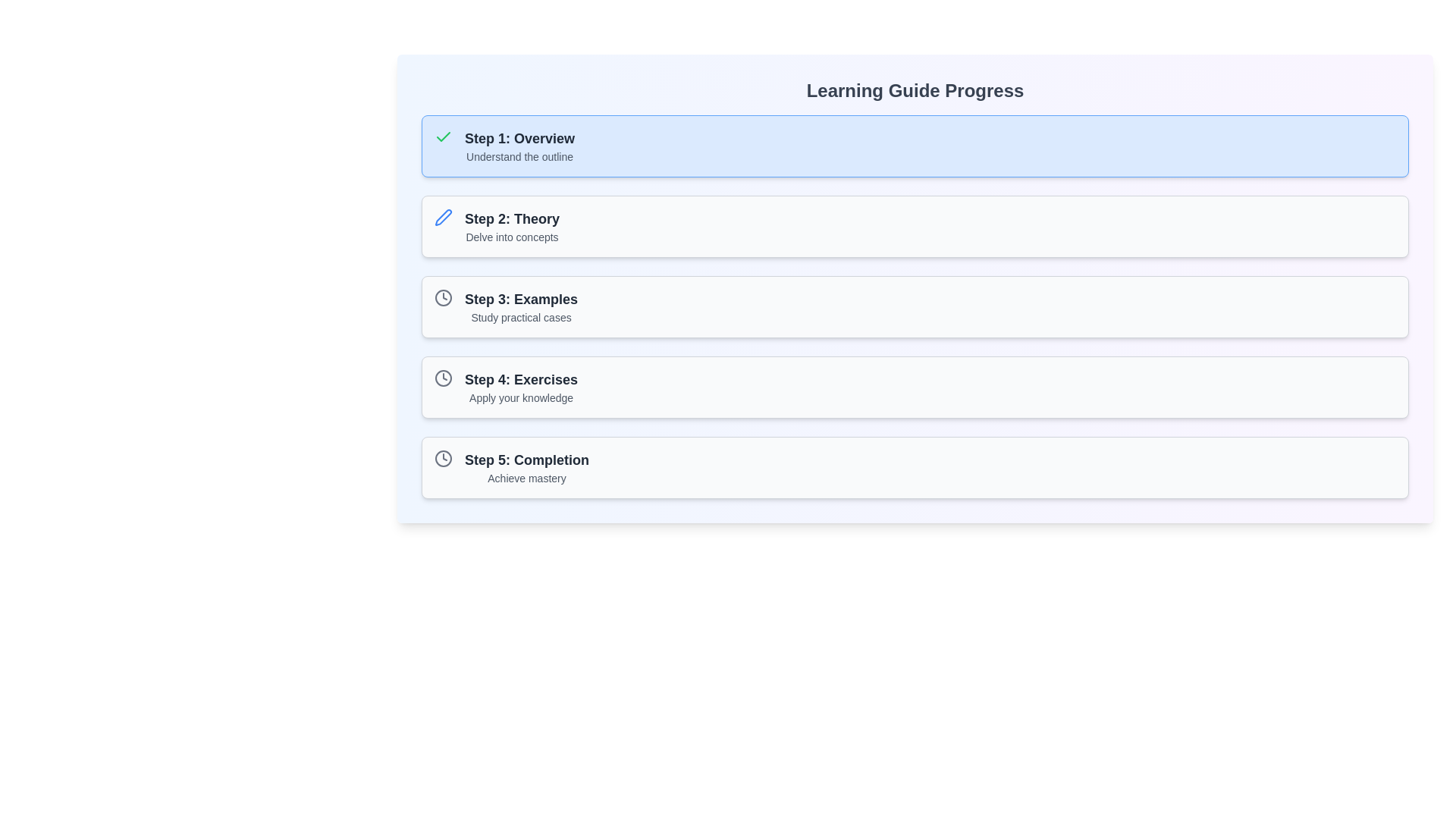 This screenshot has height=819, width=1456. What do you see at coordinates (443, 136) in the screenshot?
I see `the green checkmark icon located to the left of 'Step 1: Overview' in the 'Learning Guide Progress' interface as a confirmation indicator` at bounding box center [443, 136].